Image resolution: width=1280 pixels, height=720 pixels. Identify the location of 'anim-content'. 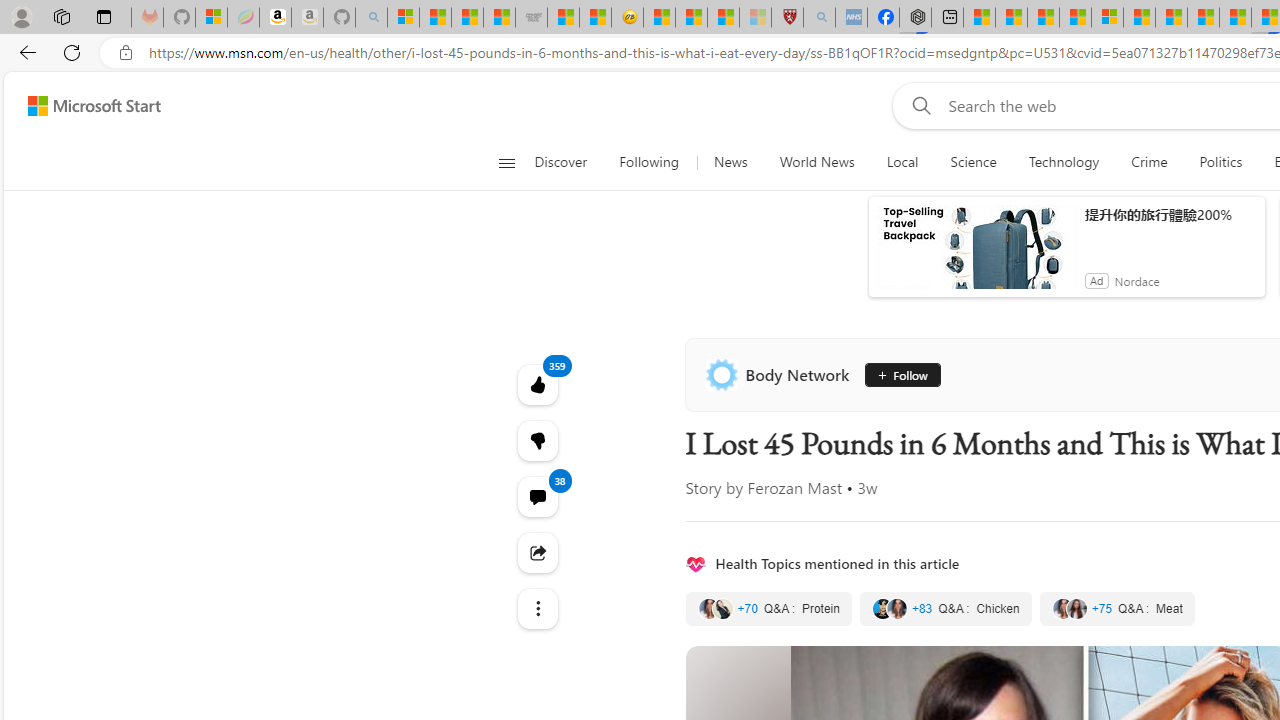
(976, 254).